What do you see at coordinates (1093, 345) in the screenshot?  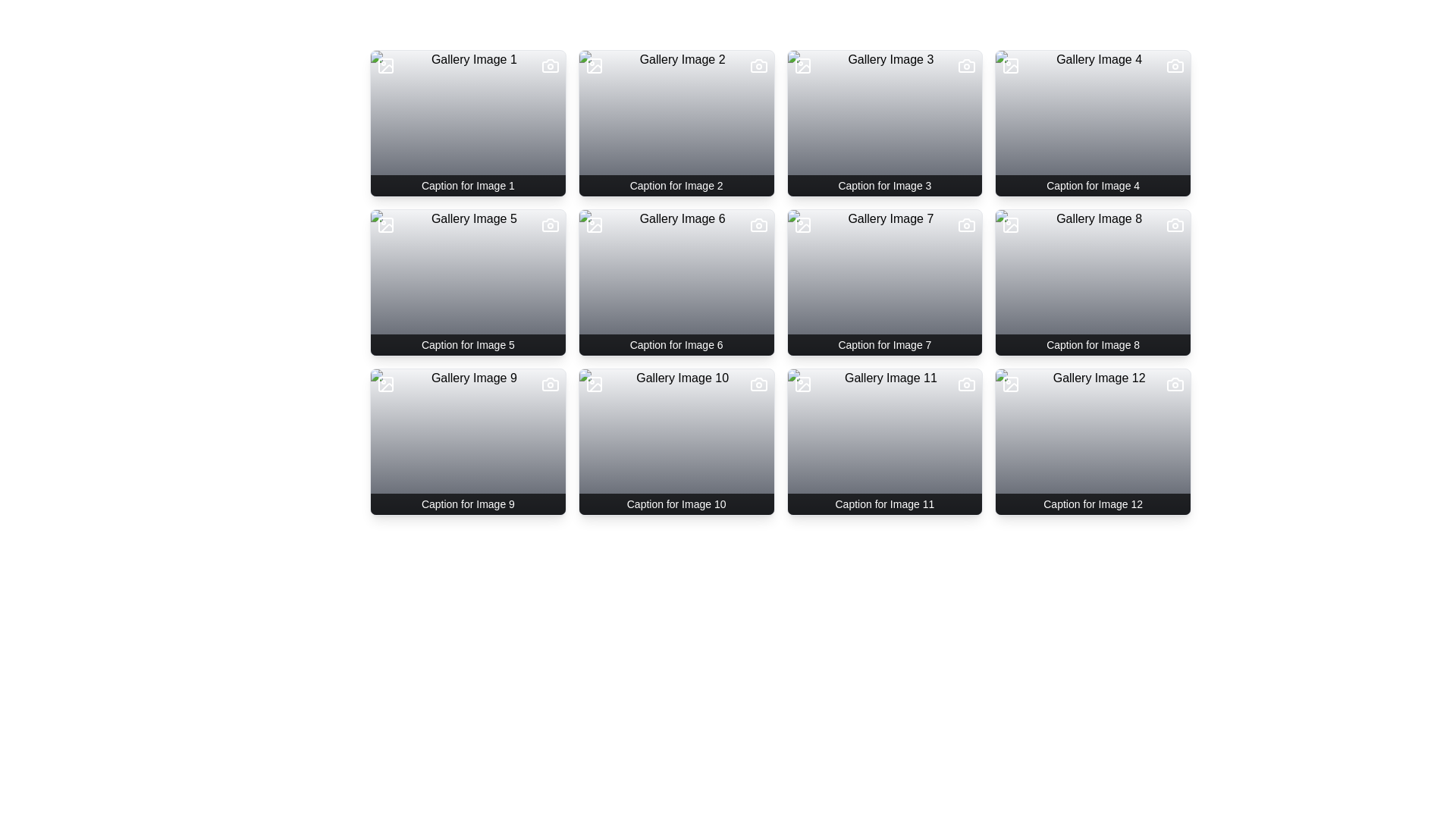 I see `the caption bar at the bottom of the image tile labeled 'Gallery Image 8', which displays the text 'Caption for Image 8'` at bounding box center [1093, 345].